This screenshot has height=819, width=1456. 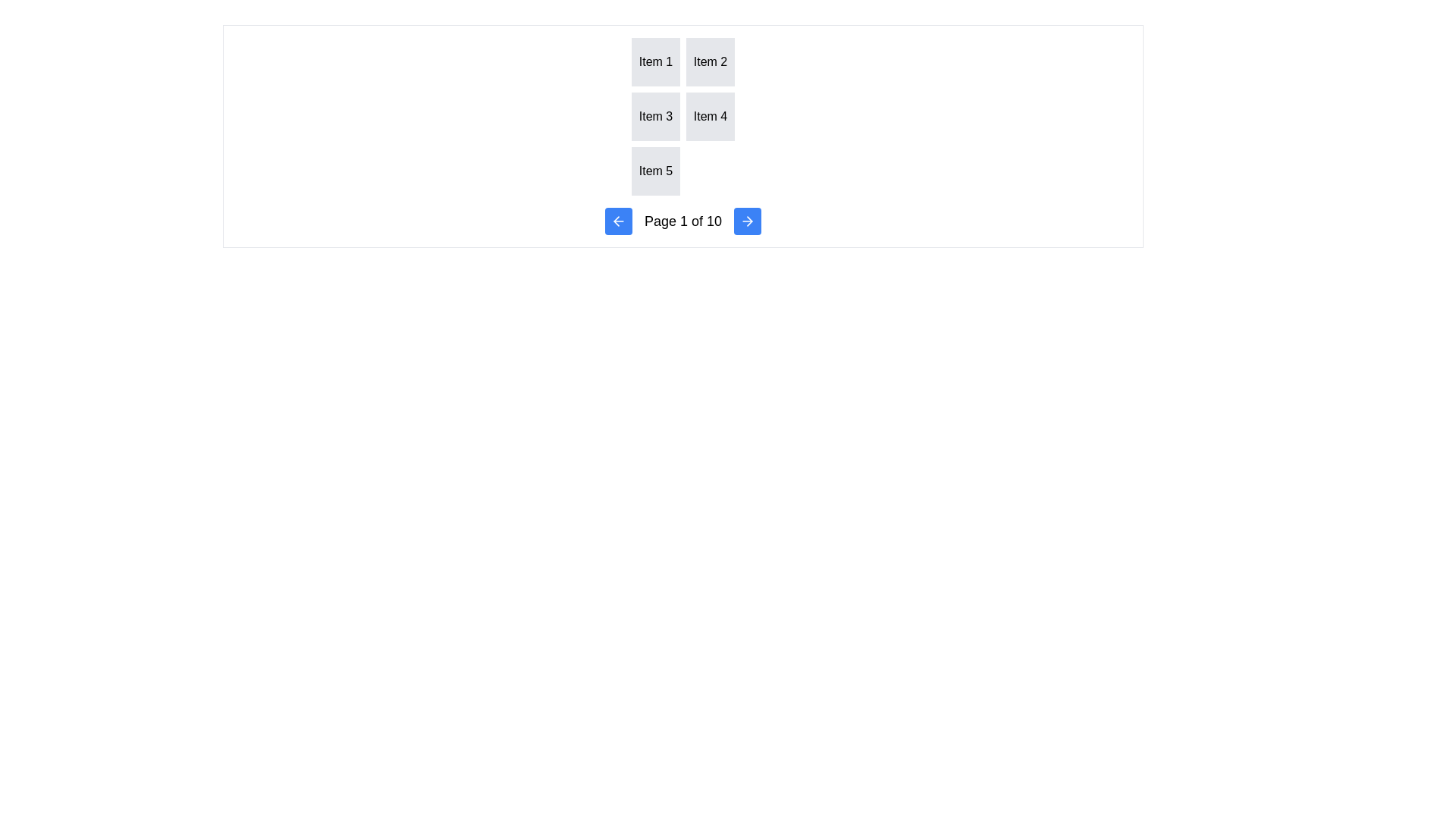 I want to click on the Box containing the text 'Item 3', which is the third item in a grid layout positioned in the second row, first column, so click(x=655, y=116).